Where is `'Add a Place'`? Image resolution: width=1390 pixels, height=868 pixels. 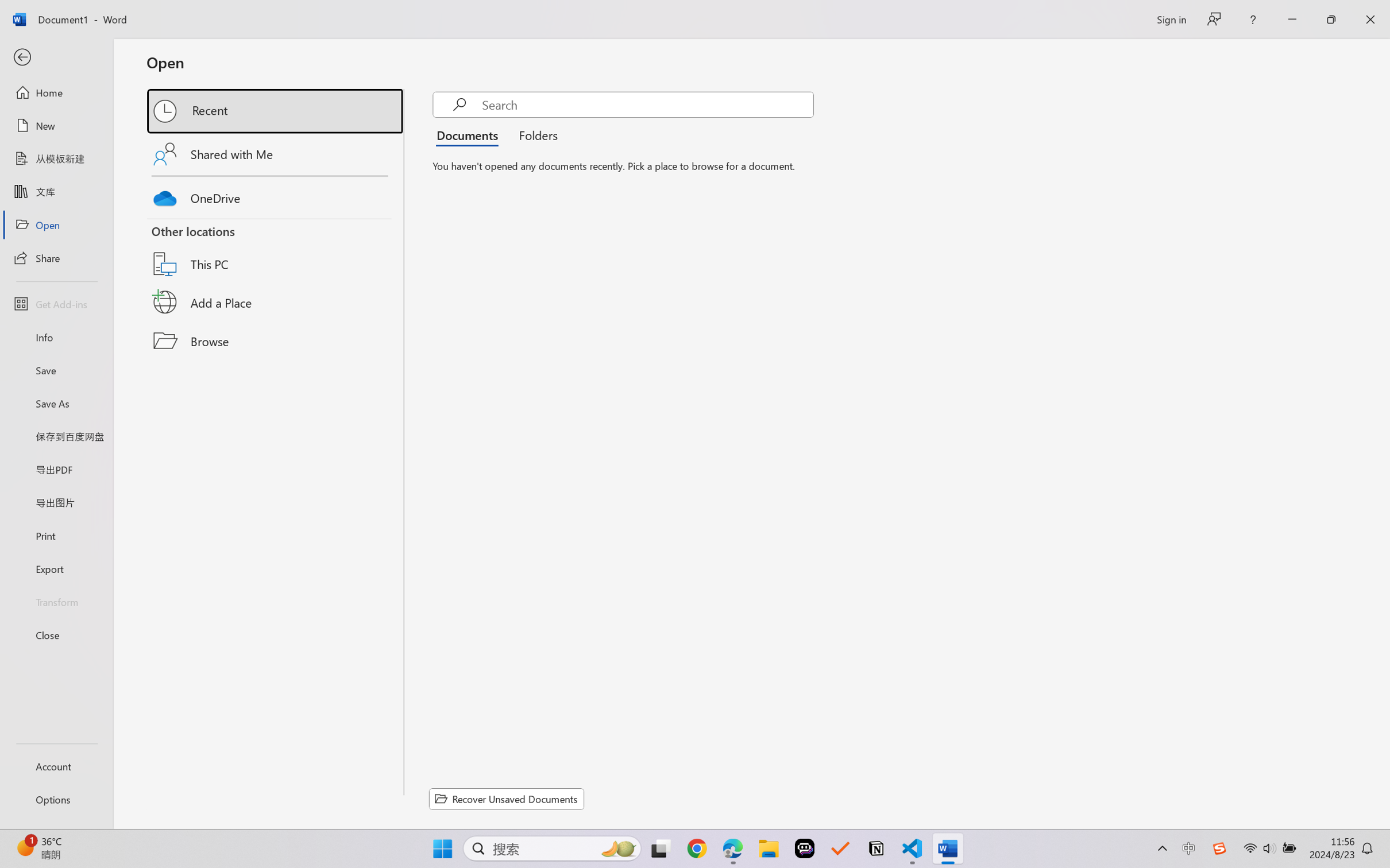 'Add a Place' is located at coordinates (276, 301).